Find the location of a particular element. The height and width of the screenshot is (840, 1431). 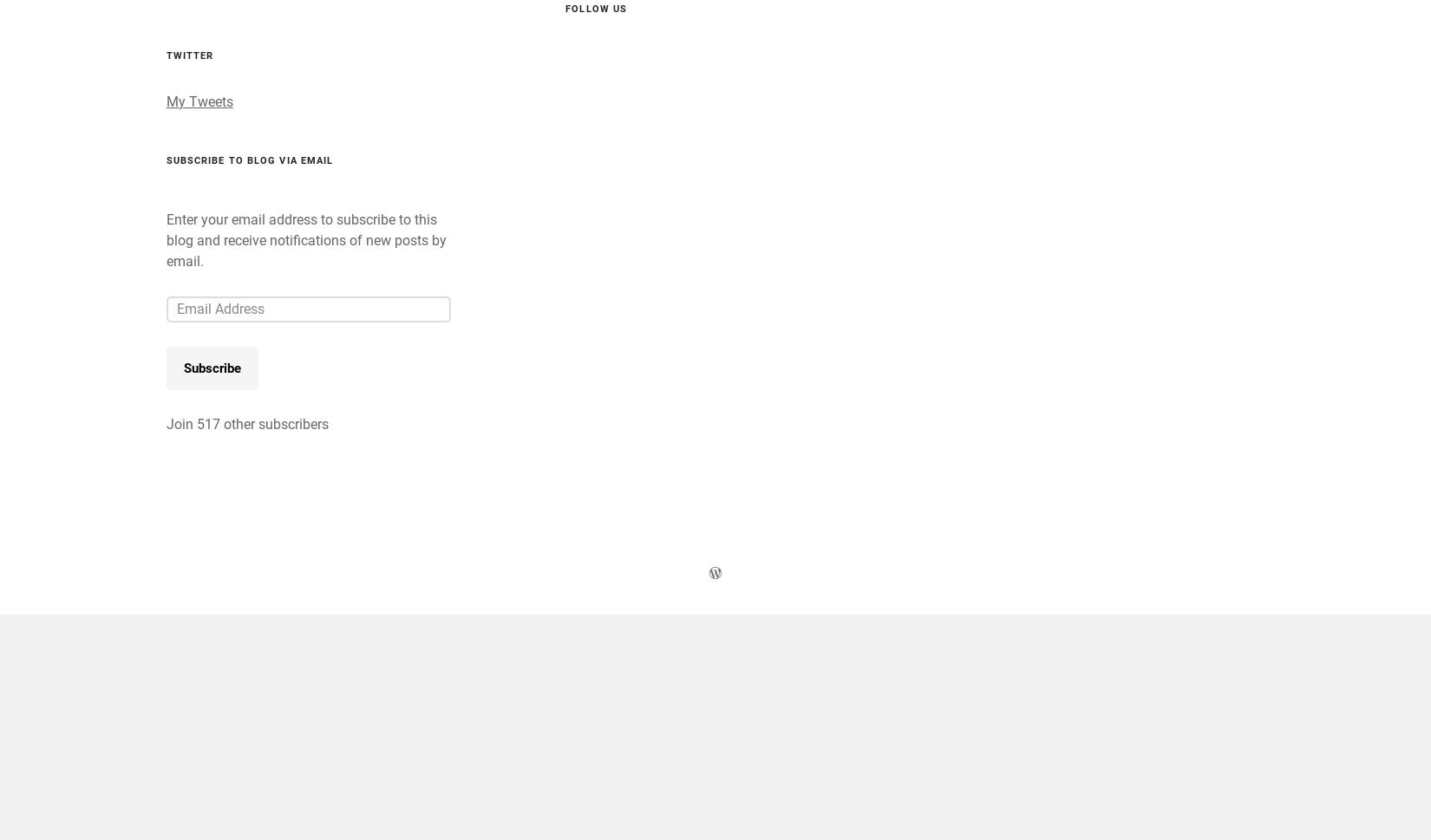

'Facebook' is located at coordinates (355, 94).